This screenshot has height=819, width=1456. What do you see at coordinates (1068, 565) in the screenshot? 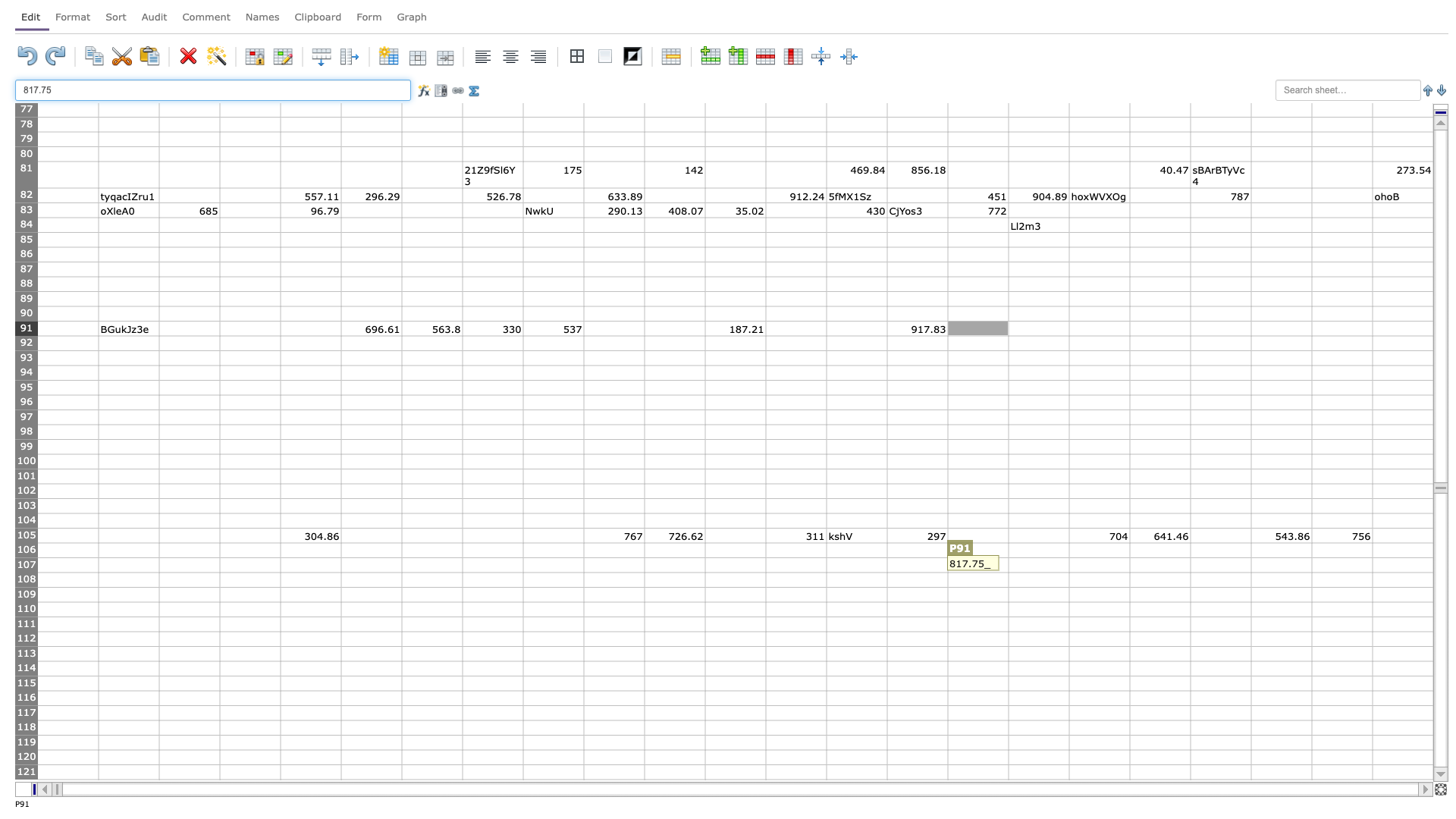
I see `Right edge of Q-107` at bounding box center [1068, 565].